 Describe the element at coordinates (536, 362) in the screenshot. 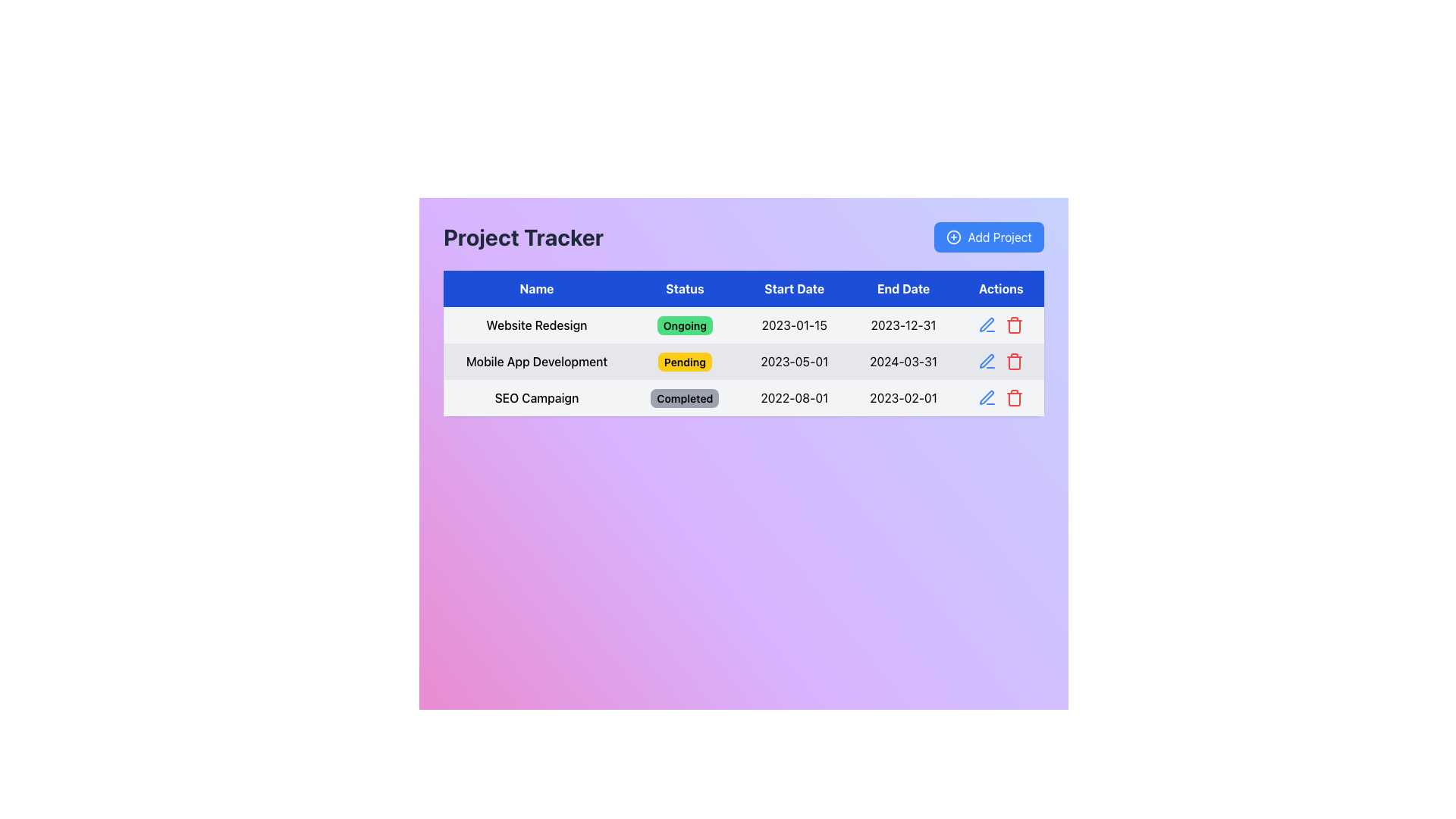

I see `the text label displaying 'Mobile App Development' in the second row under the 'Name' column of the data table` at that location.